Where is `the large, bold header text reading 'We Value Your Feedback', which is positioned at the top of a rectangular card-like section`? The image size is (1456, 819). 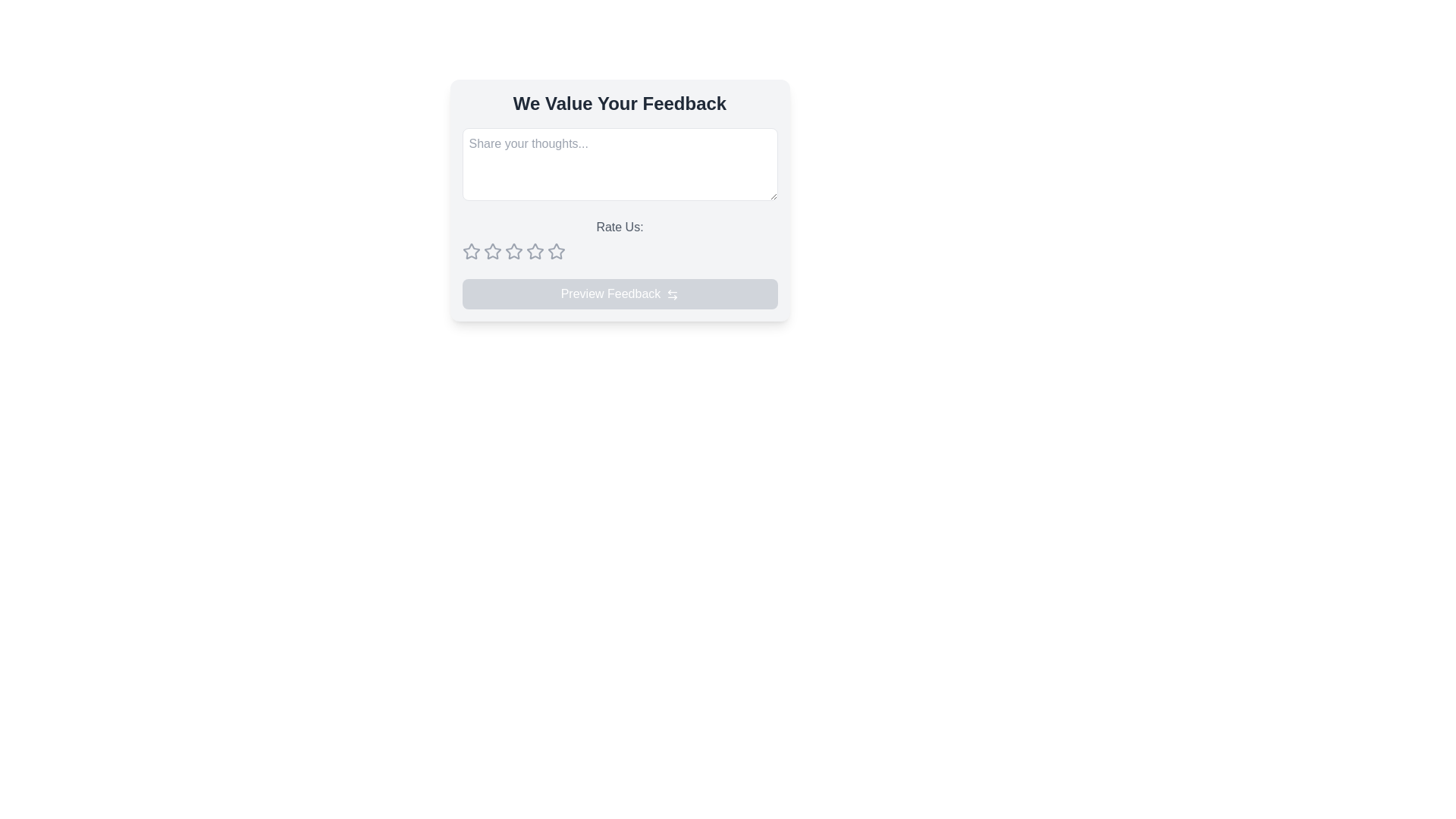
the large, bold header text reading 'We Value Your Feedback', which is positioned at the top of a rectangular card-like section is located at coordinates (620, 103).